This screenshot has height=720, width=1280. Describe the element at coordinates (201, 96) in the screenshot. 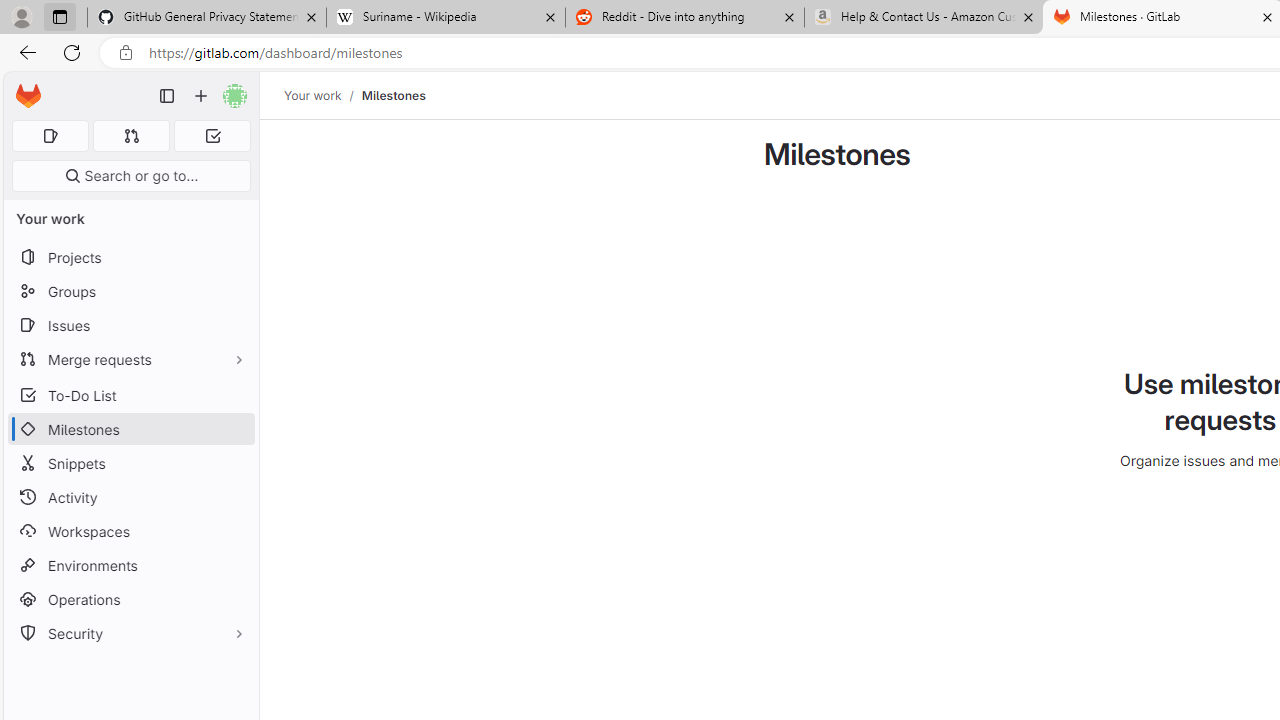

I see `'Create new...'` at that location.